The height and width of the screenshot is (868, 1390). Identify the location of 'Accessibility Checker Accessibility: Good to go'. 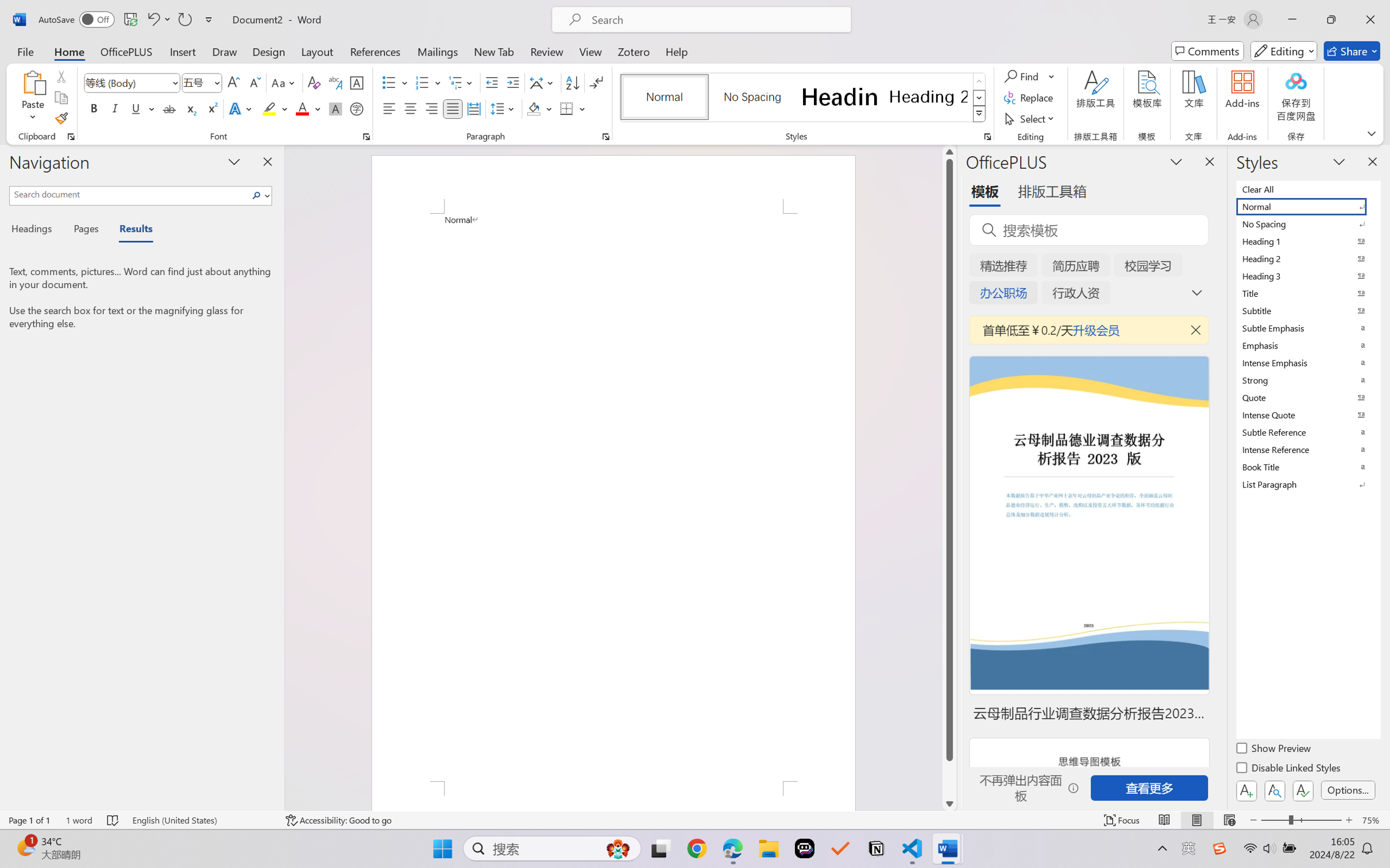
(338, 820).